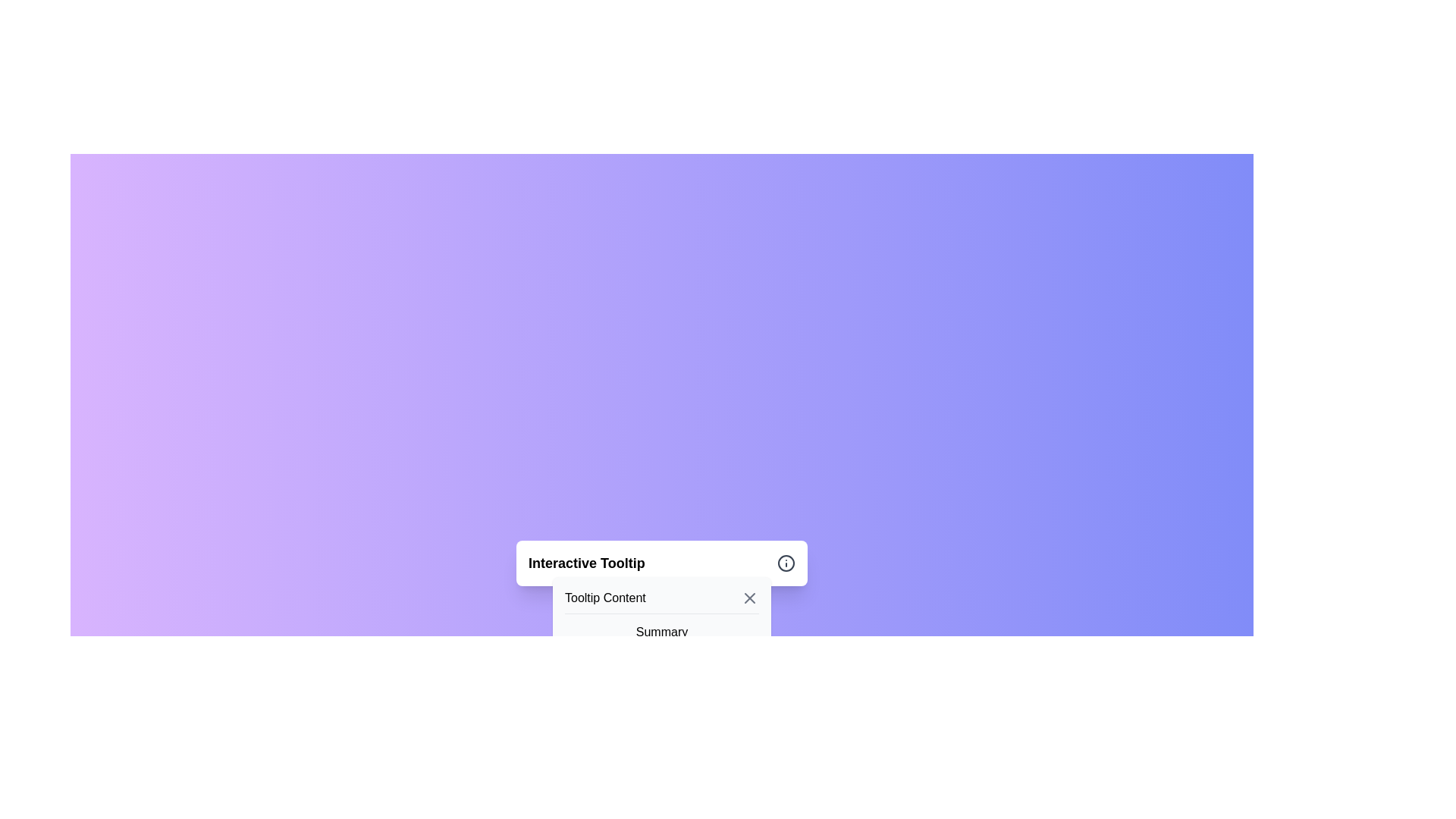 This screenshot has height=819, width=1456. What do you see at coordinates (604, 598) in the screenshot?
I see `the text label displaying 'Tooltip Content', which is positioned on the left-hand side of the interactive tooltip's content area, above the 'Summary' text` at bounding box center [604, 598].